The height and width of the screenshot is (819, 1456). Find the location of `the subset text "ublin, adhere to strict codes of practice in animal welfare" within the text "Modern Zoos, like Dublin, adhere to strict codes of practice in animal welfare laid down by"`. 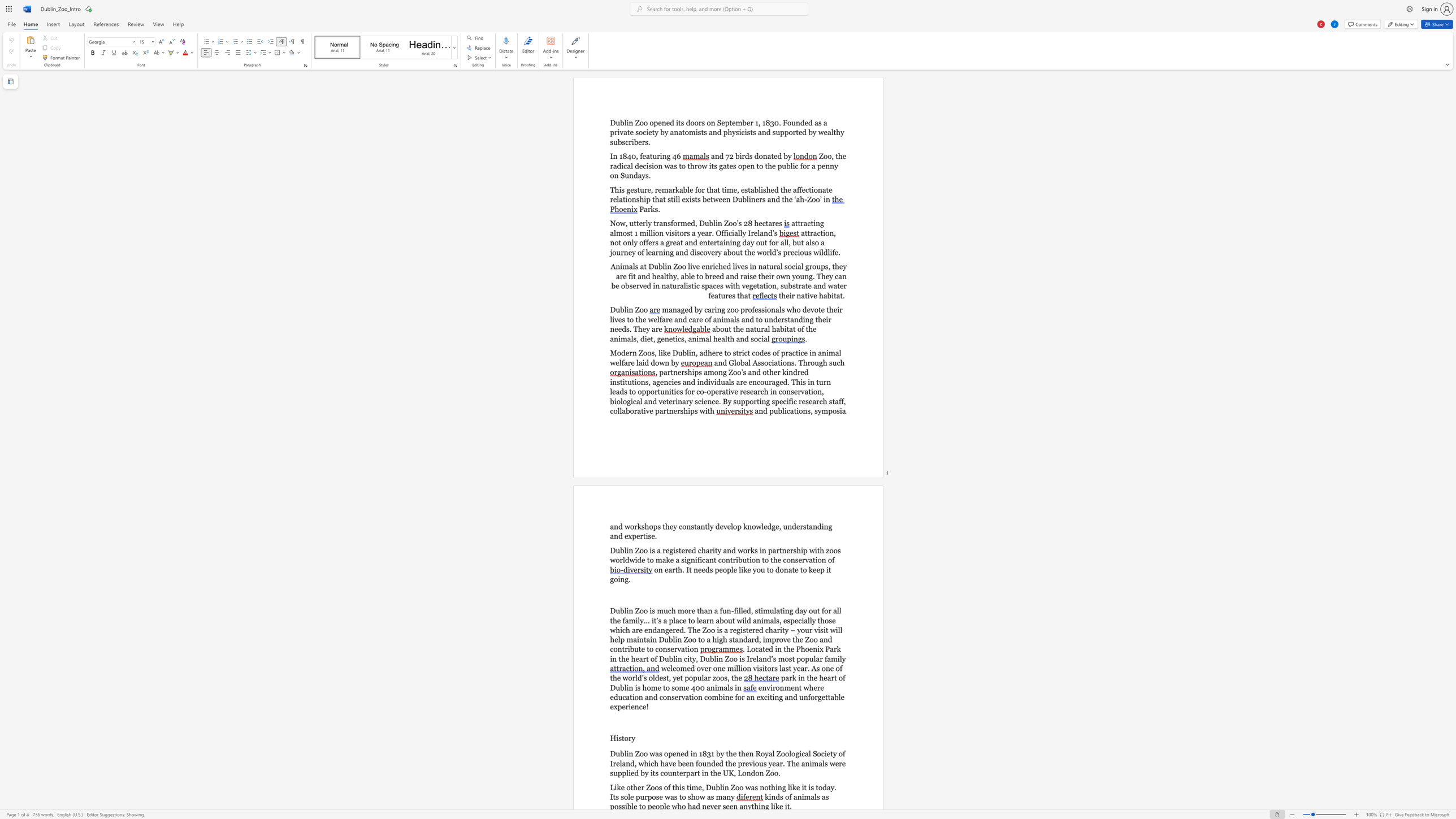

the subset text "ublin, adhere to strict codes of practice in animal welfare" within the text "Modern Zoos, like Dublin, adhere to strict codes of practice in animal welfare laid down by" is located at coordinates (678, 353).